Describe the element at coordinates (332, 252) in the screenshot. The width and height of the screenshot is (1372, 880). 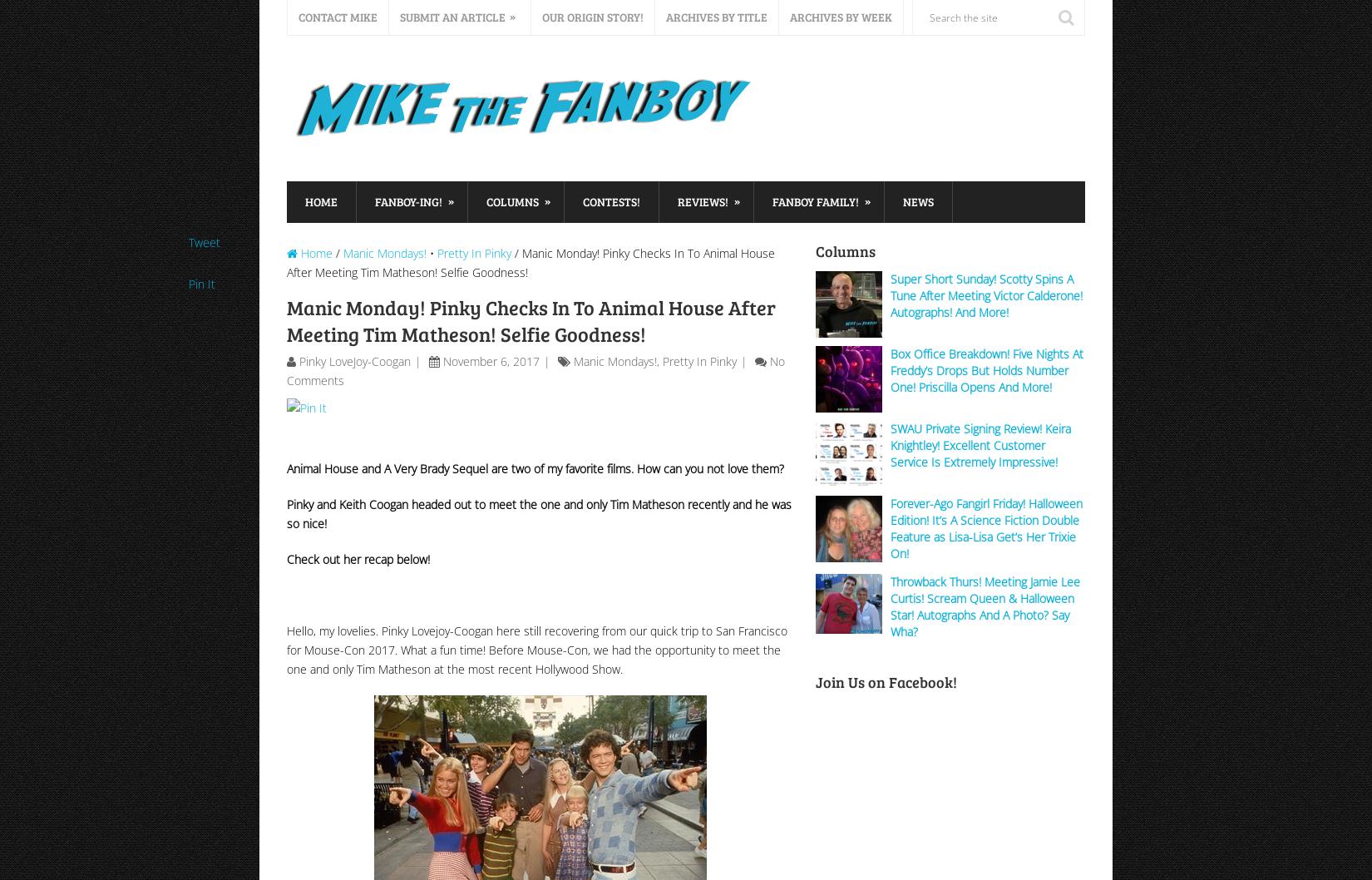
I see `'/'` at that location.